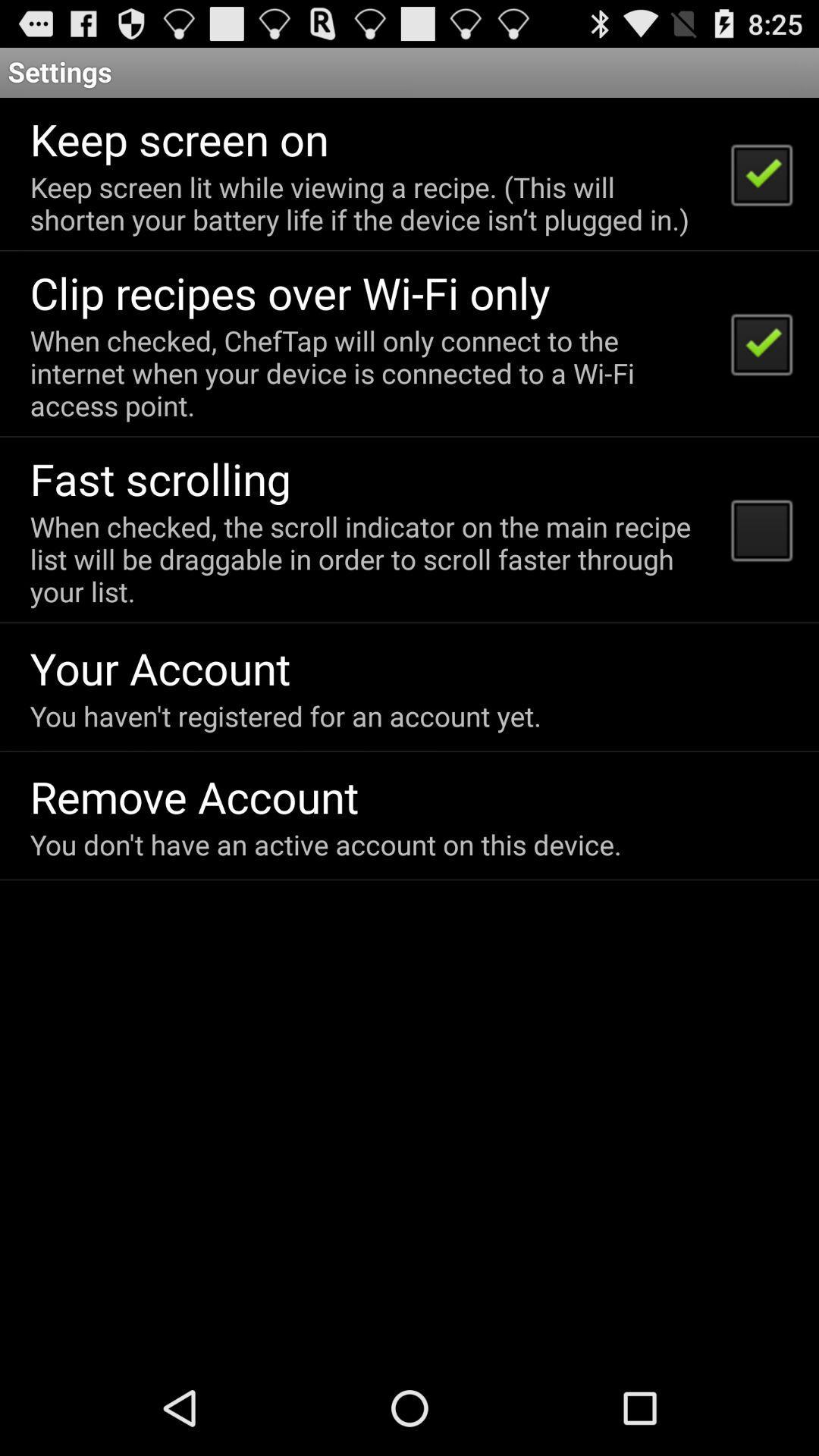  What do you see at coordinates (290, 292) in the screenshot?
I see `the app above the when checked cheftap item` at bounding box center [290, 292].